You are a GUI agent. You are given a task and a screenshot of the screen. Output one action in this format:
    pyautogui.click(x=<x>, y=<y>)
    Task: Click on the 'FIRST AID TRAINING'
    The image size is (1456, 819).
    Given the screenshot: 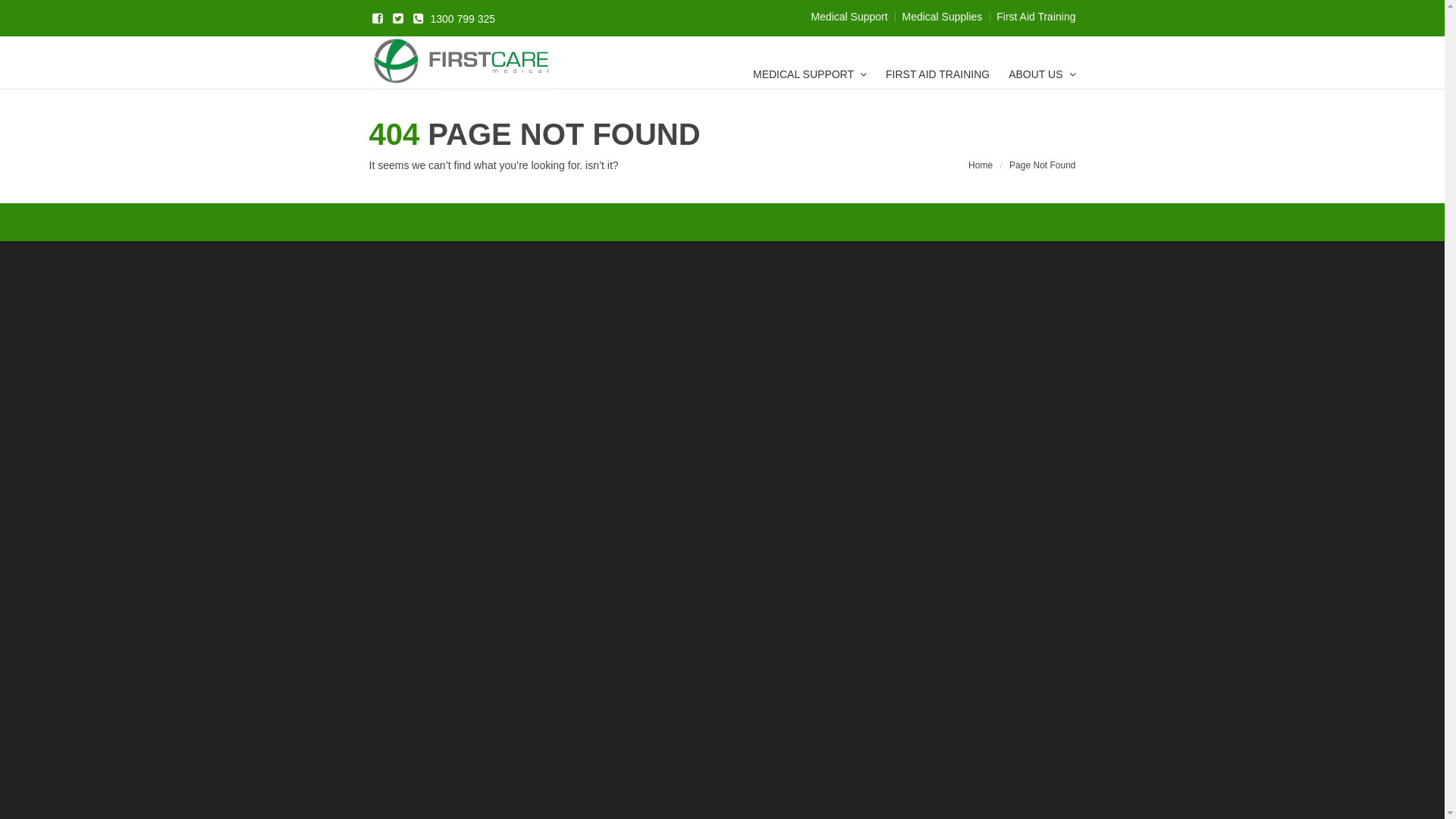 What is the action you would take?
    pyautogui.click(x=937, y=75)
    